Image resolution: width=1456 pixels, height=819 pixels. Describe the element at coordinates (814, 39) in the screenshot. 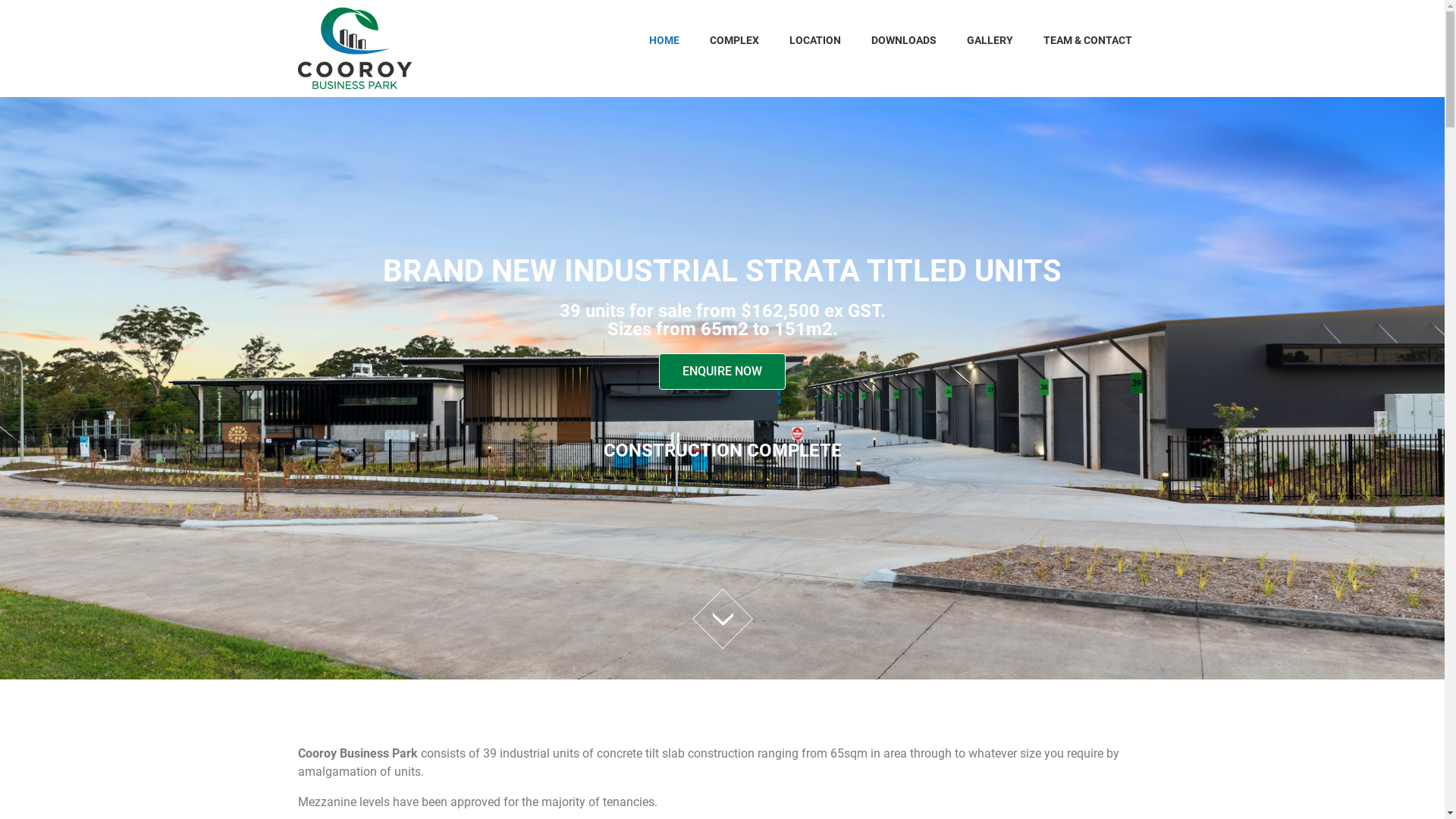

I see `'LOCATION'` at that location.